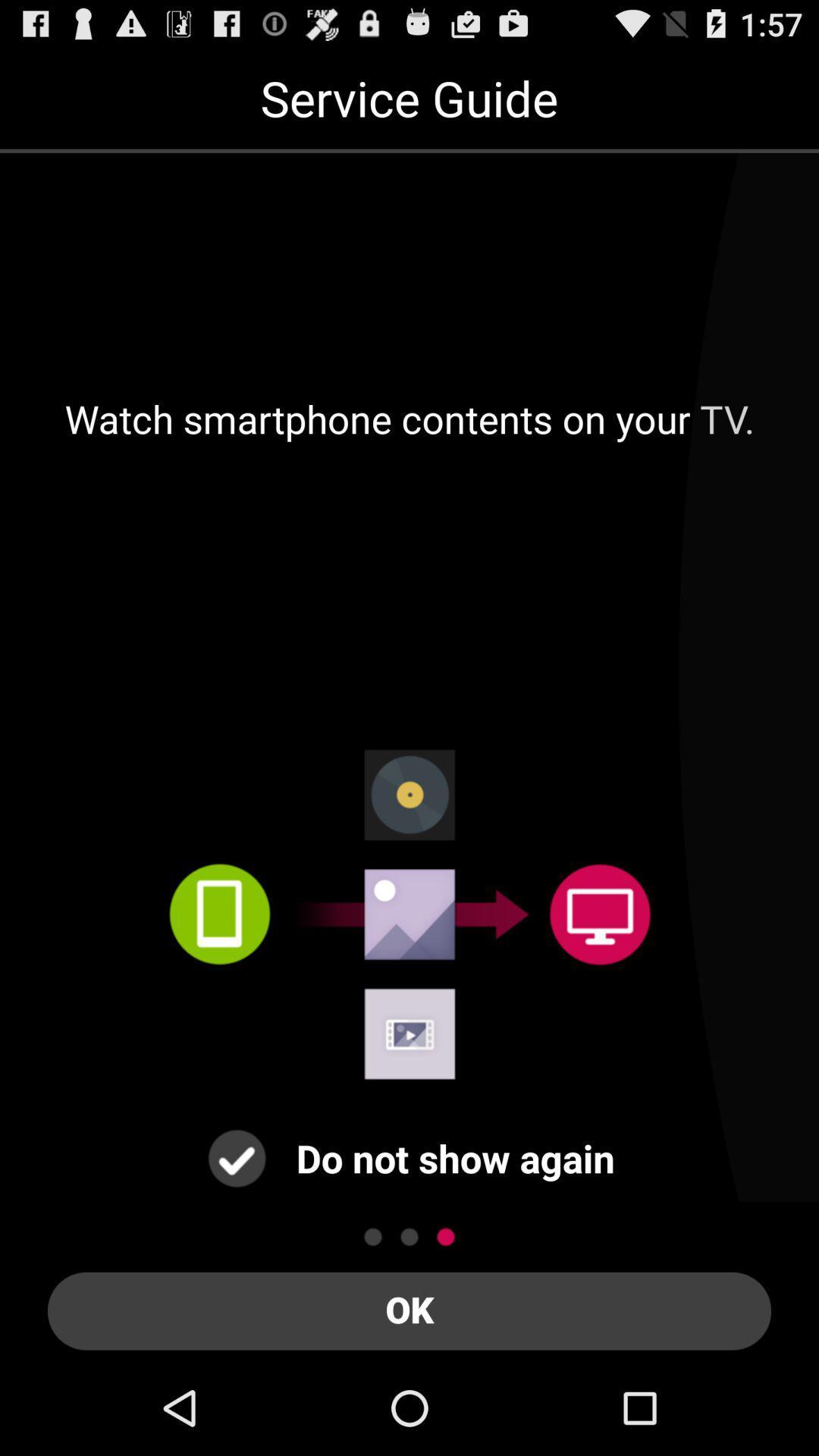 The width and height of the screenshot is (819, 1456). What do you see at coordinates (409, 1310) in the screenshot?
I see `the ok item` at bounding box center [409, 1310].